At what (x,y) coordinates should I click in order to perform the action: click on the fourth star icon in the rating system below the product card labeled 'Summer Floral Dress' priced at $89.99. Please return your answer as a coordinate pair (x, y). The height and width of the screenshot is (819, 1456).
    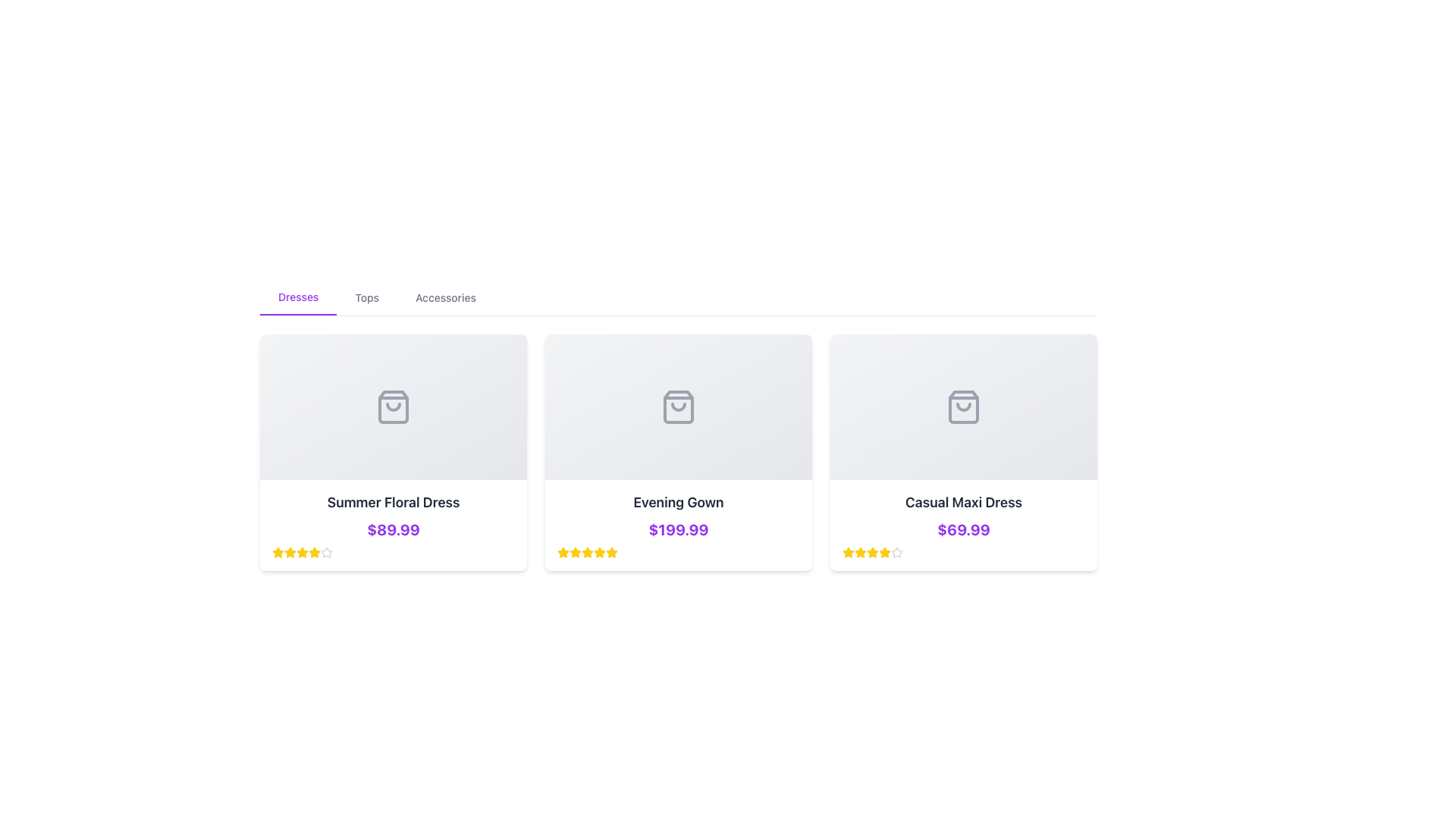
    Looking at the image, I should click on (326, 552).